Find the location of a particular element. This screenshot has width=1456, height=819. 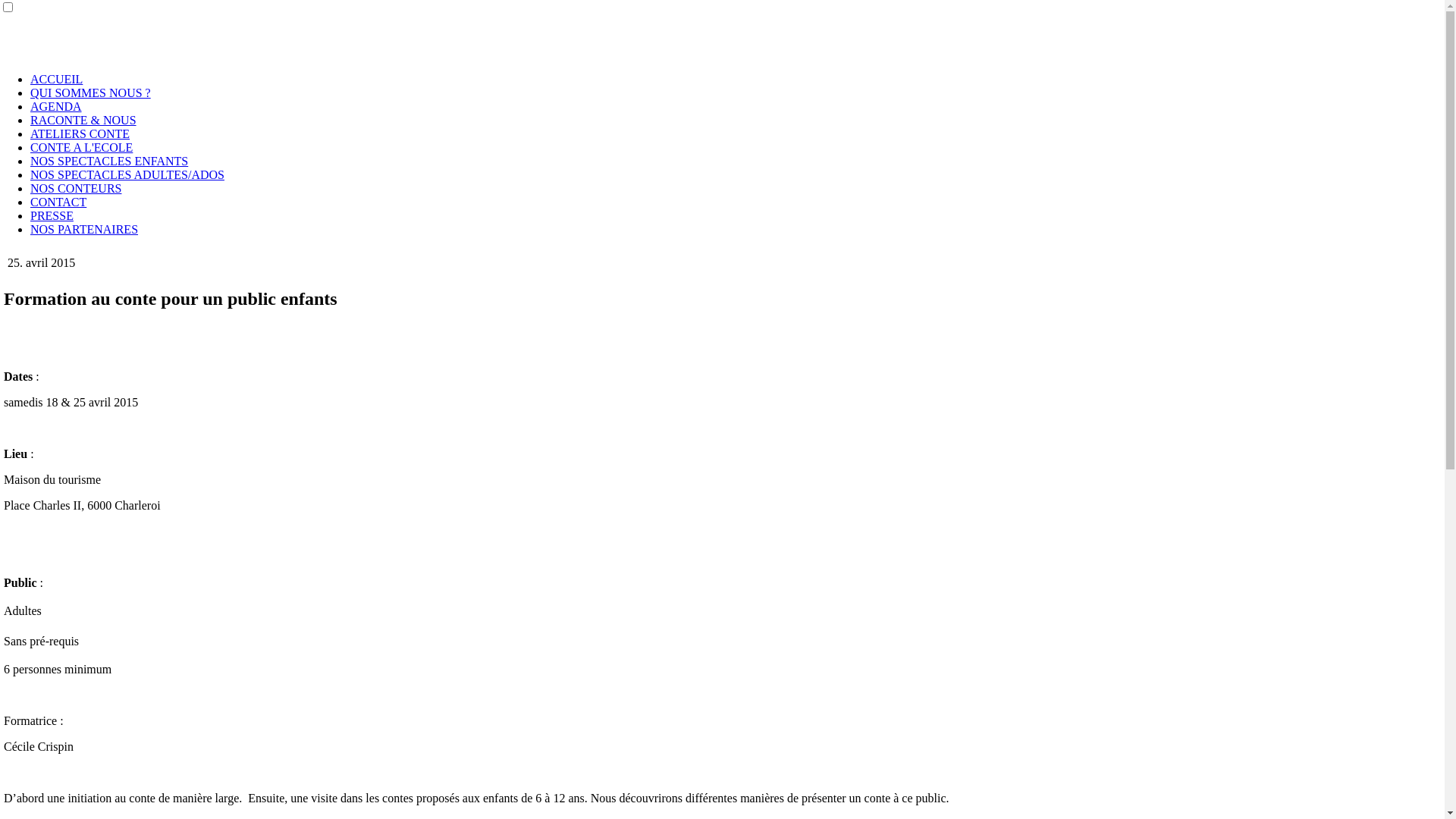

'NOS SPECTACLES ADULTES/ADOS' is located at coordinates (127, 174).